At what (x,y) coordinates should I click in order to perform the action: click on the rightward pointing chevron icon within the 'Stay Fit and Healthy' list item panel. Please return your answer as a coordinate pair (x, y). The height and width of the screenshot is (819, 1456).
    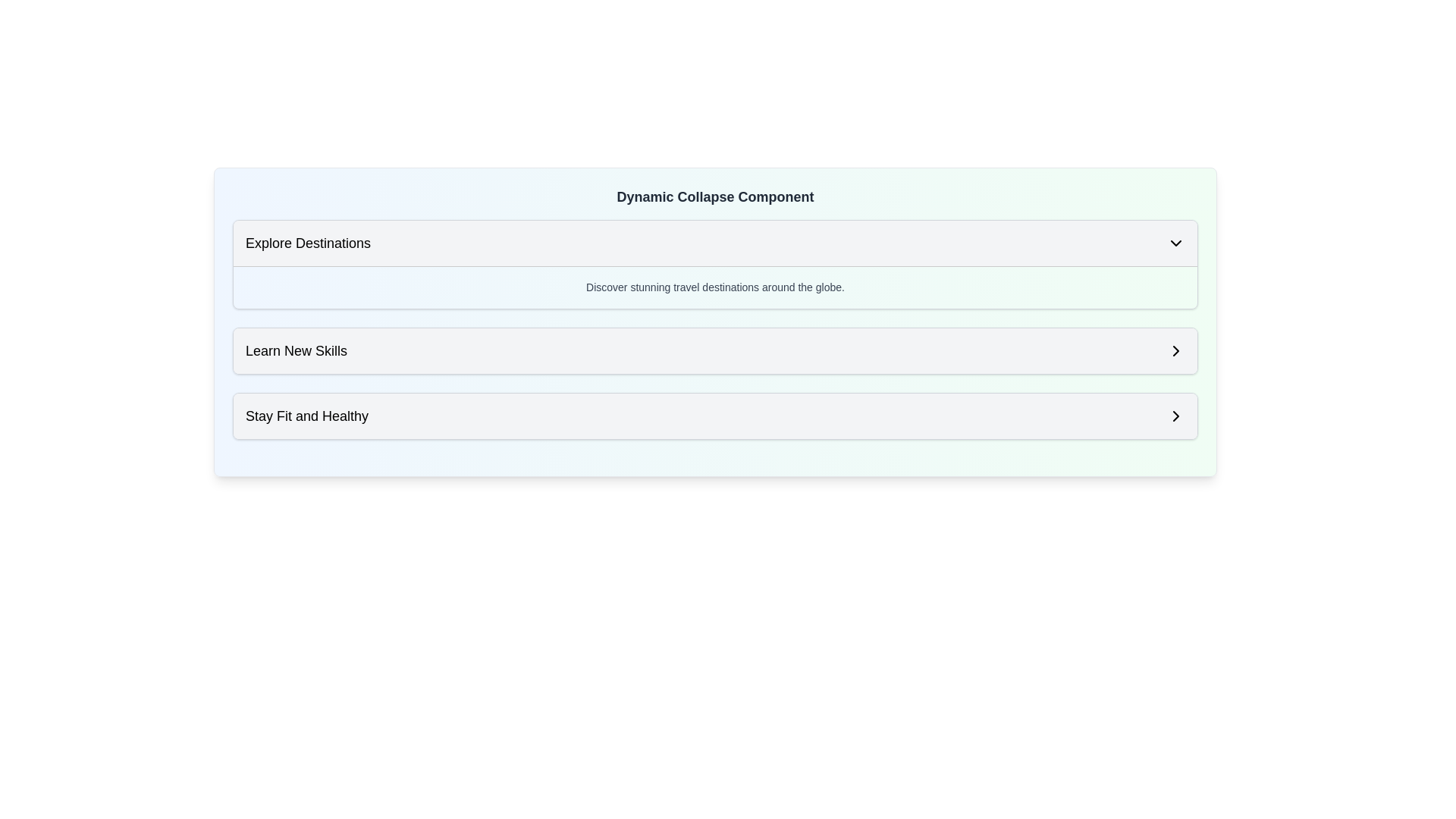
    Looking at the image, I should click on (1175, 415).